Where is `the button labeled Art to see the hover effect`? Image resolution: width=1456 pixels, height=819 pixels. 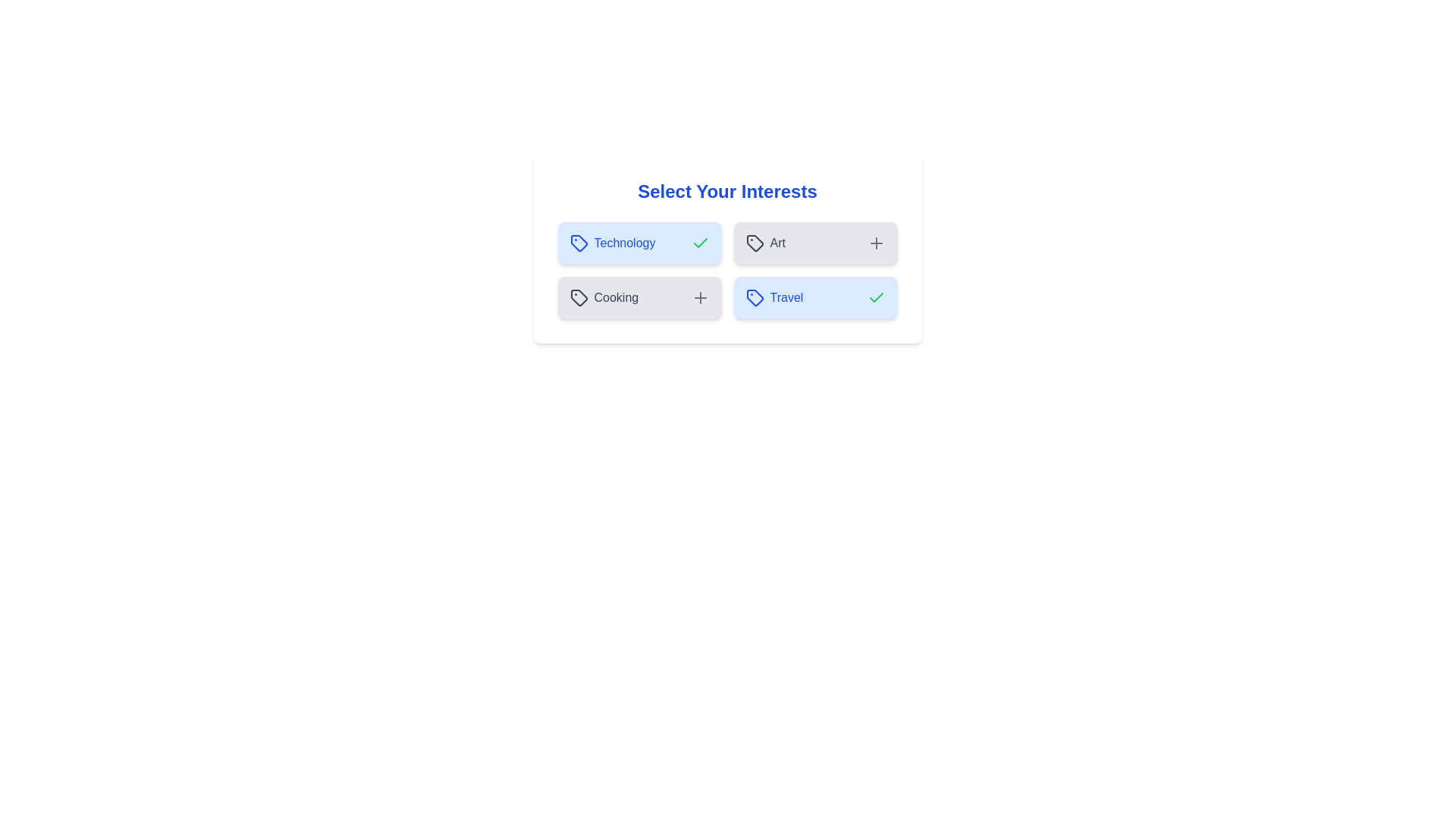
the button labeled Art to see the hover effect is located at coordinates (814, 242).